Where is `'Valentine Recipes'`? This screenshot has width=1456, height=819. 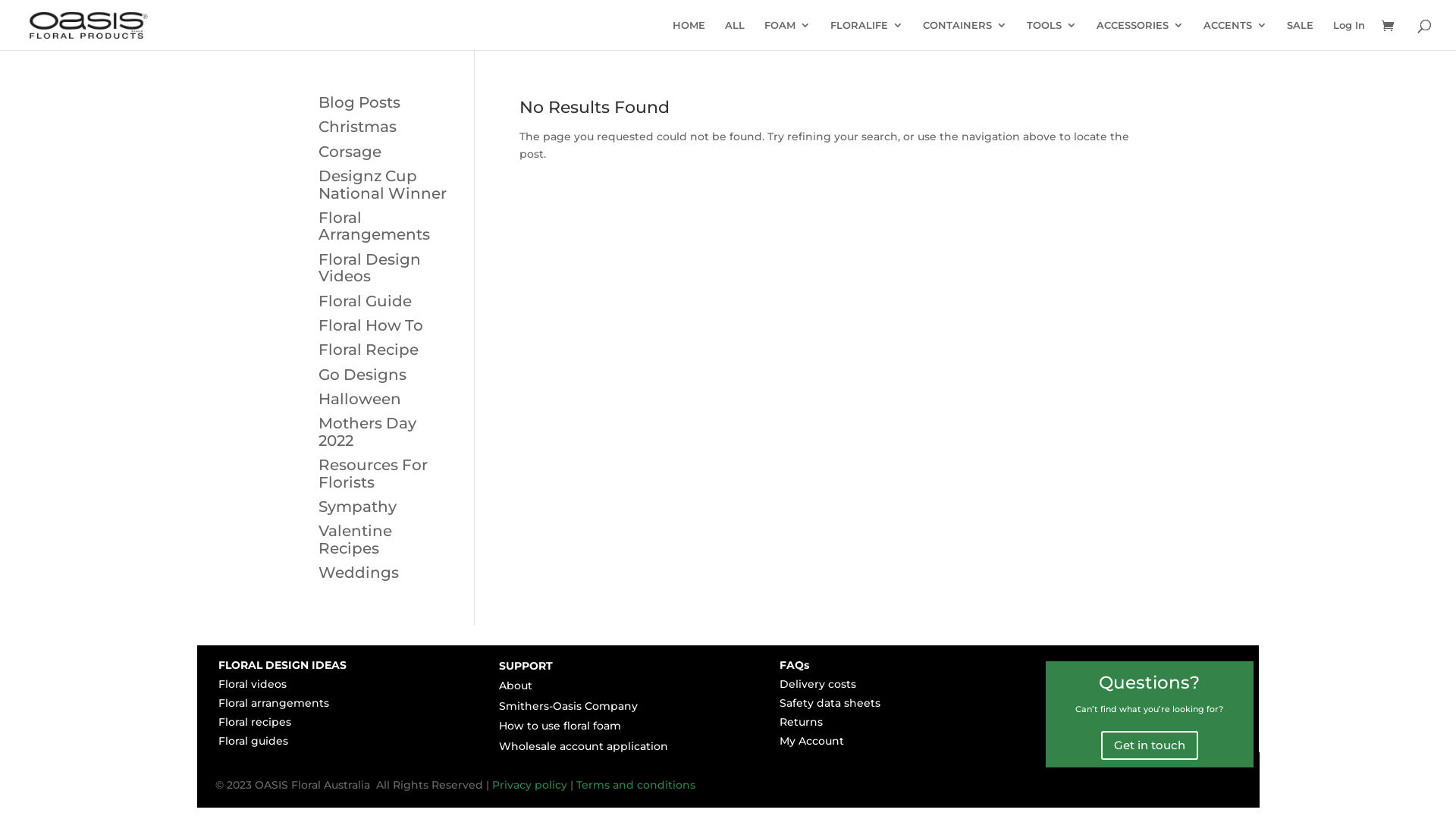 'Valentine Recipes' is located at coordinates (318, 538).